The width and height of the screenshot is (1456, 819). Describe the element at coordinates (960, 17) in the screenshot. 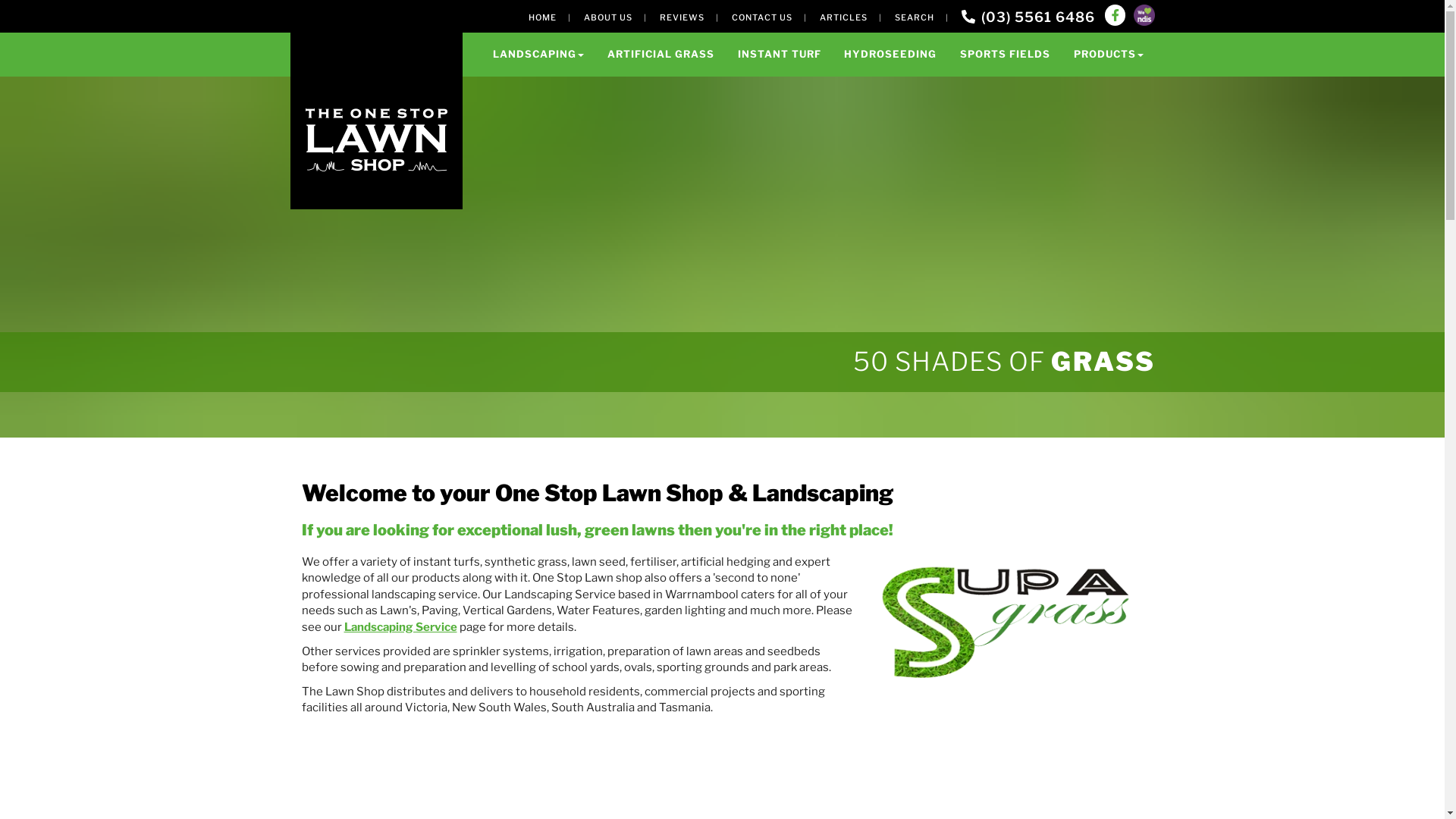

I see `'(03) 5561 6486'` at that location.